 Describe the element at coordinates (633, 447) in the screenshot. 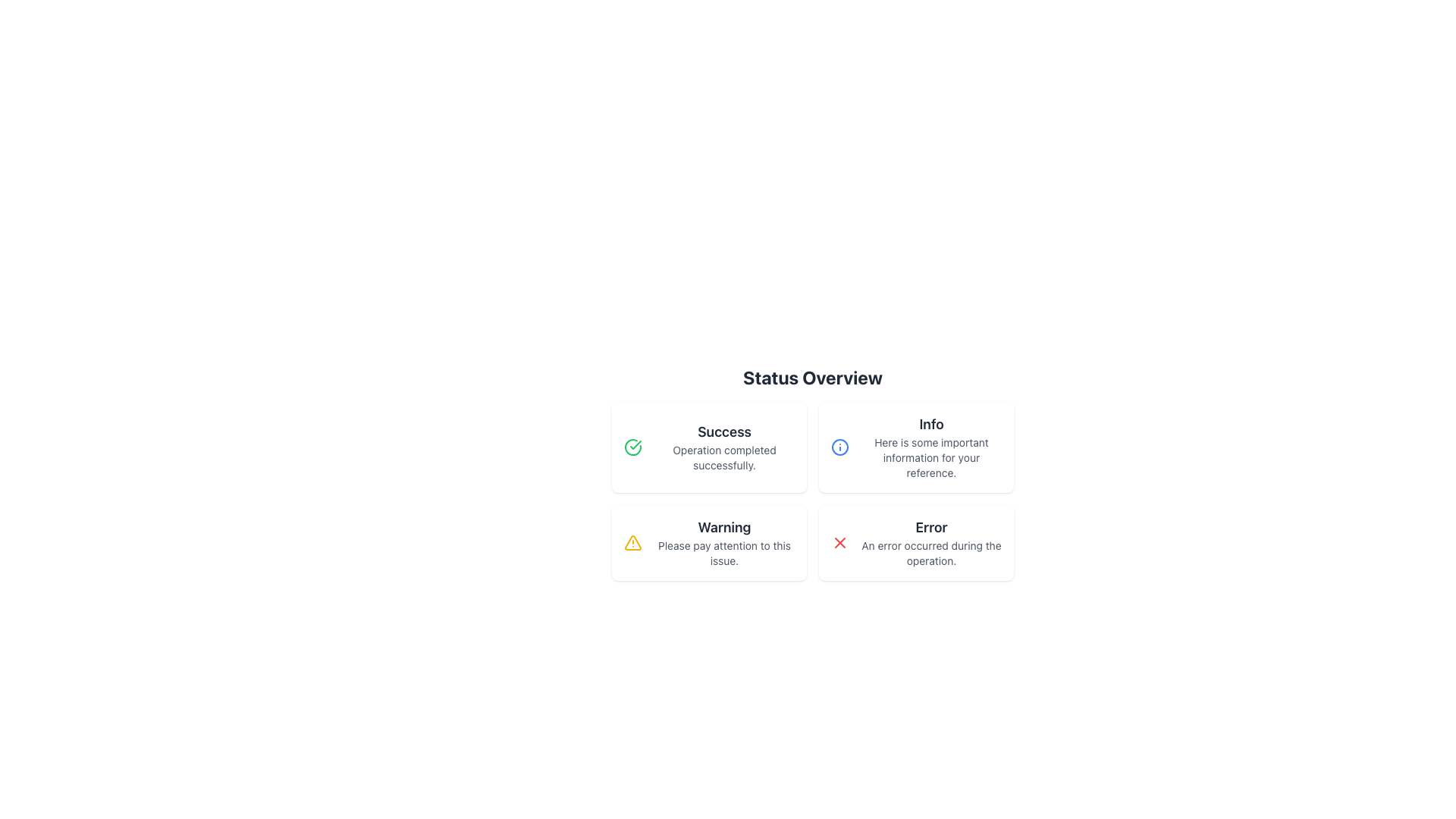

I see `the green outlined circle Icon with a checkmark inside, located to the left of the 'Success' status message in the top-left group of the status overview grid` at that location.